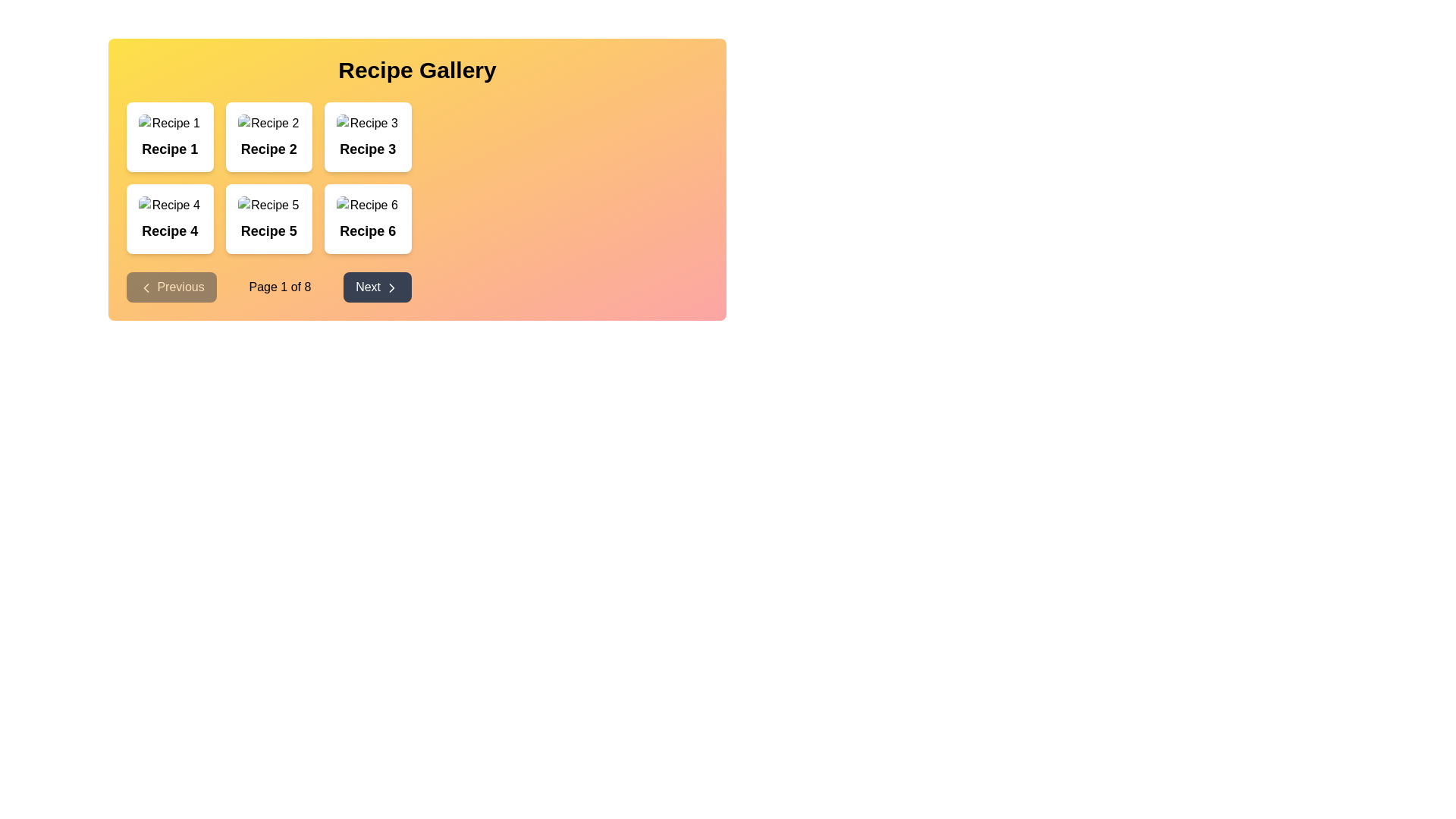 This screenshot has height=819, width=1456. What do you see at coordinates (171, 287) in the screenshot?
I see `the 'Previous' button, which is a horizontally placed rectangular button with a left-pointing arrow icon, located at the bottom-left corner of the pagination control` at bounding box center [171, 287].